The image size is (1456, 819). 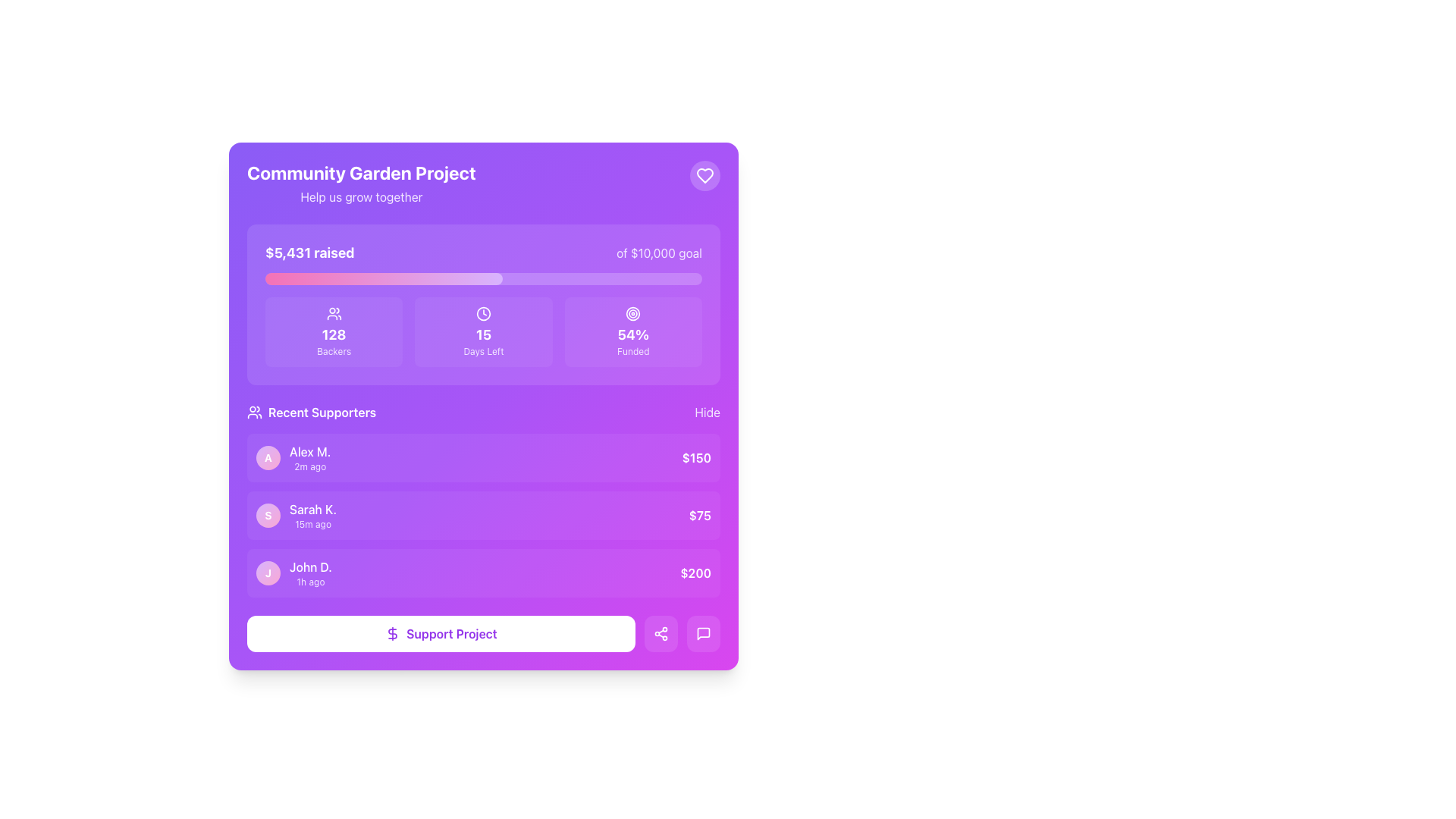 I want to click on the prominent text label displaying the amount '$150' in bold white font, located in the 'Recent Supporters' section and aligned to the right side of the row, so click(x=695, y=457).